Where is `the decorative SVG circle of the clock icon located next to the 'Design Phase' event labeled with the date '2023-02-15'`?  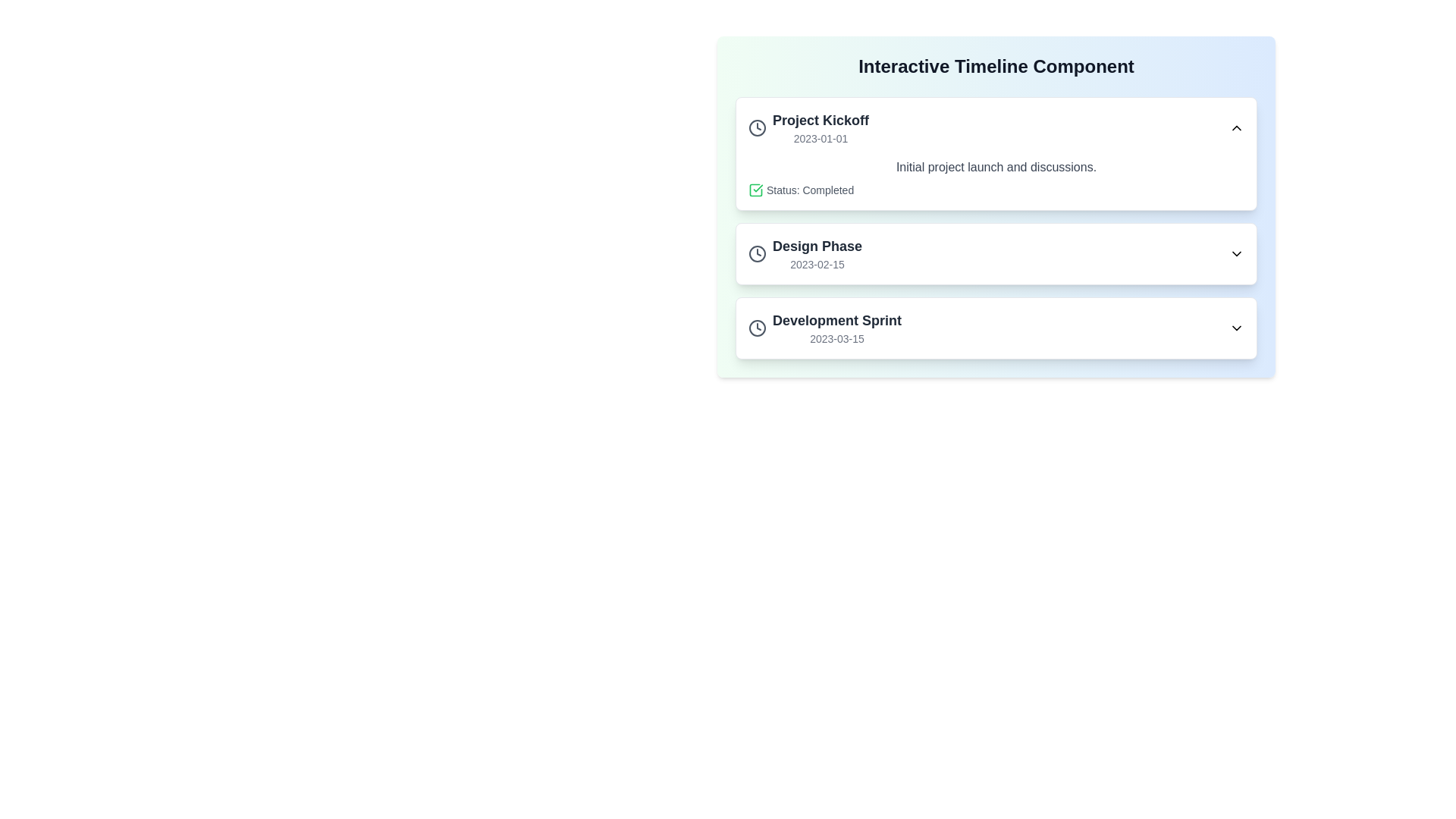 the decorative SVG circle of the clock icon located next to the 'Design Phase' event labeled with the date '2023-02-15' is located at coordinates (757, 253).